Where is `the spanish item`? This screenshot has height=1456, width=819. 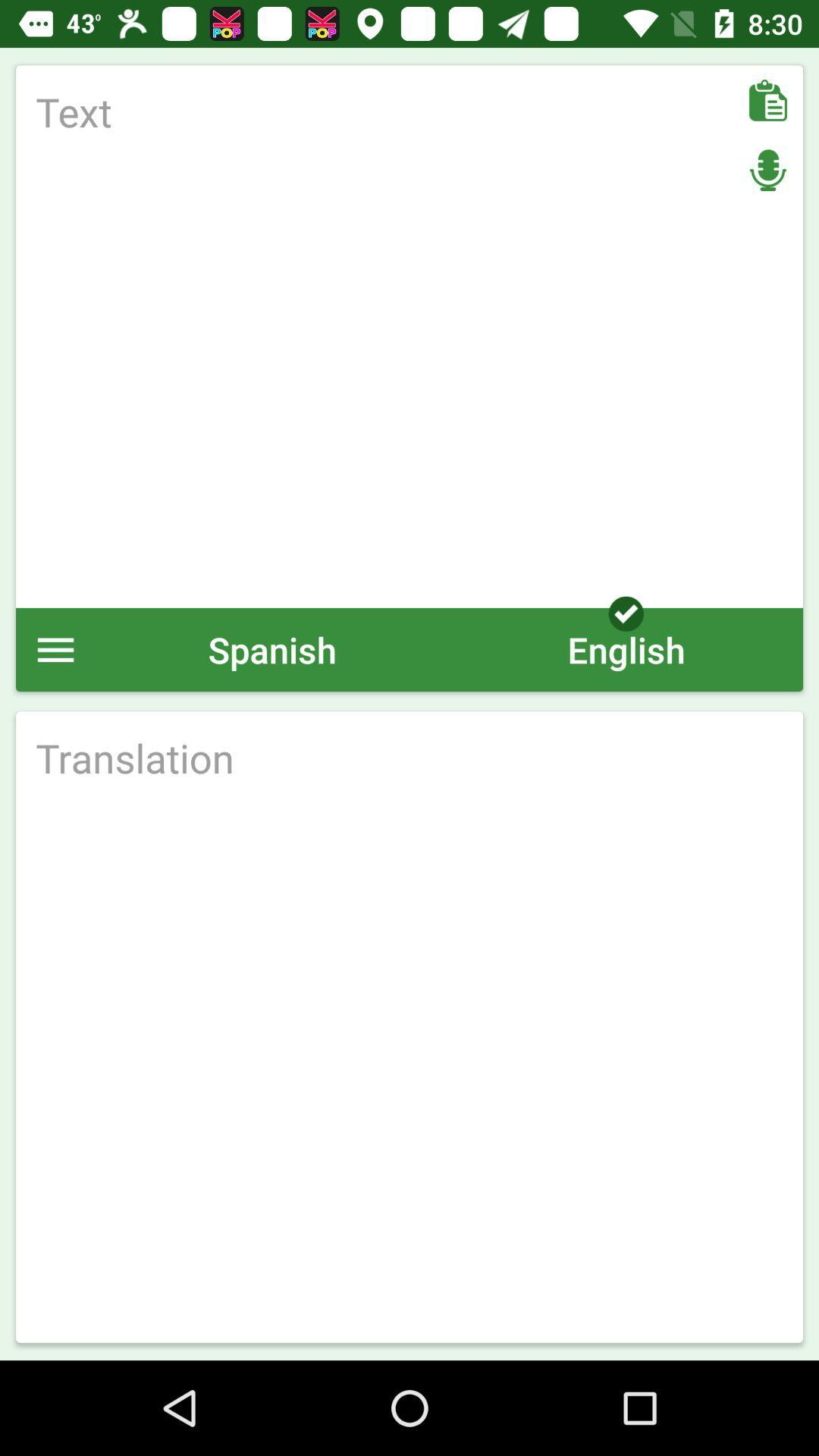 the spanish item is located at coordinates (271, 649).